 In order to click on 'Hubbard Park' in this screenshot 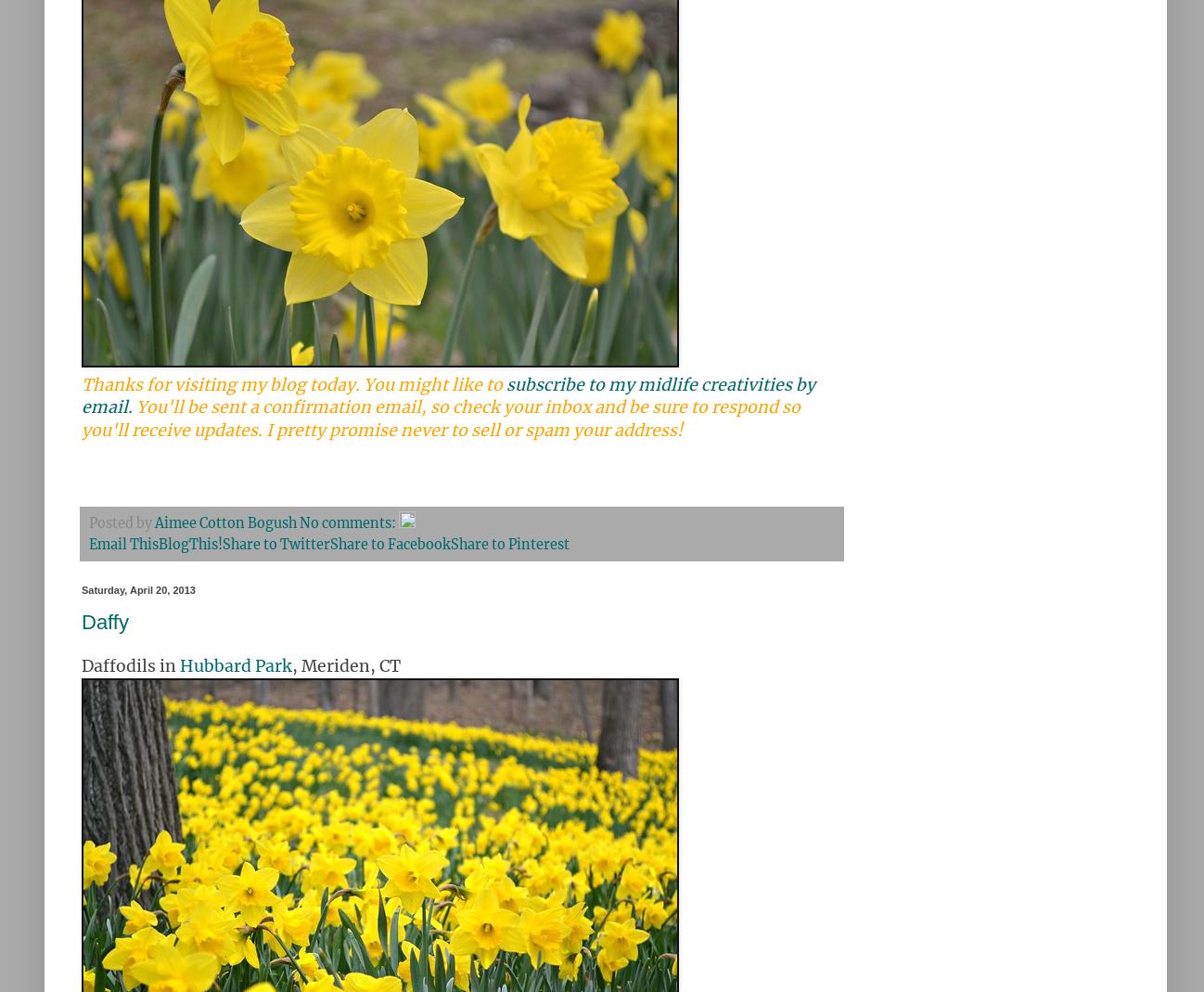, I will do `click(236, 663)`.